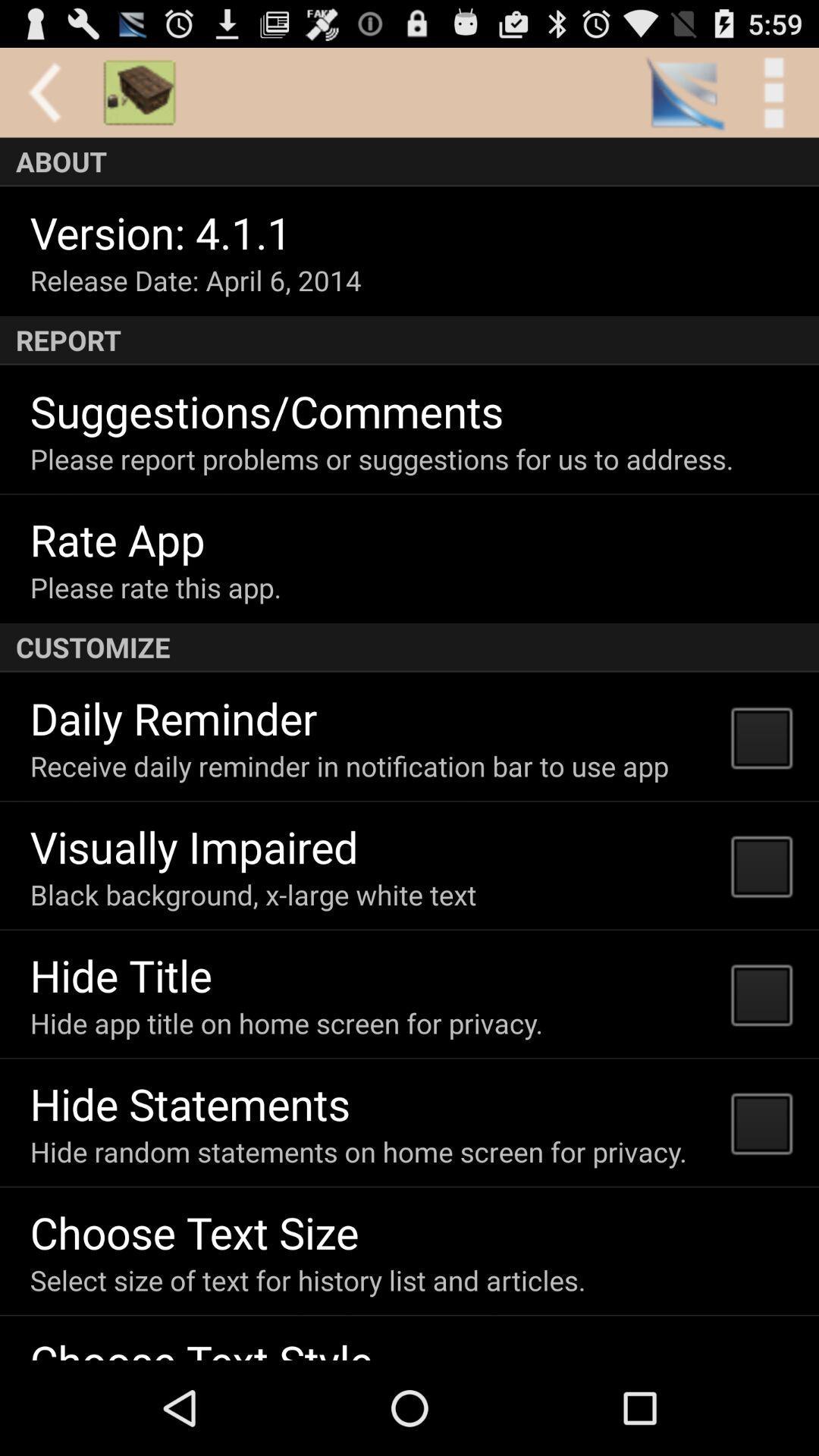 The image size is (819, 1456). What do you see at coordinates (409, 648) in the screenshot?
I see `the customize item` at bounding box center [409, 648].